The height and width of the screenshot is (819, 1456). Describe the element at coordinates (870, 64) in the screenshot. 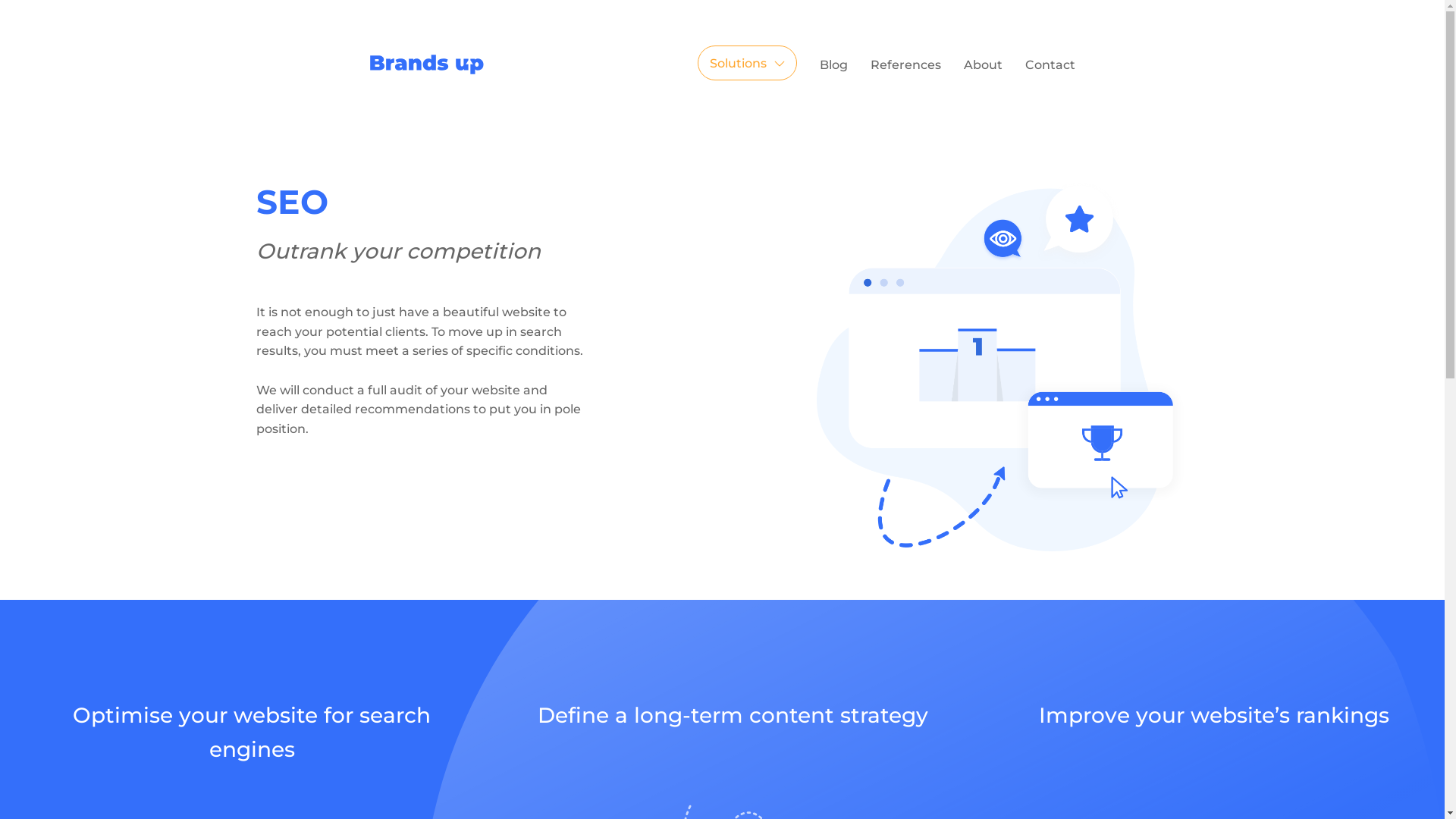

I see `'References'` at that location.